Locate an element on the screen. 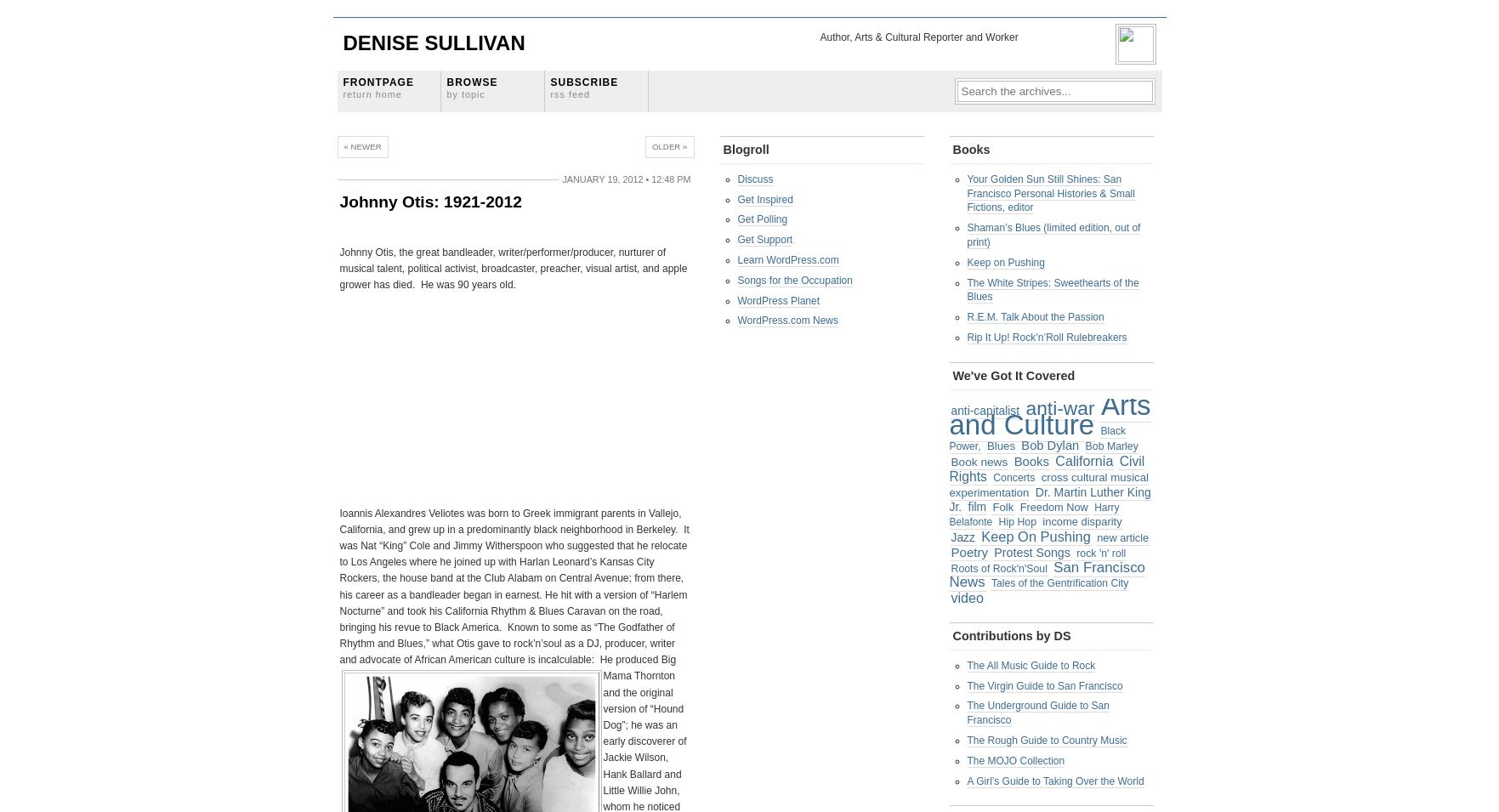 Image resolution: width=1499 pixels, height=812 pixels. 'We've Got It Covered' is located at coordinates (951, 374).